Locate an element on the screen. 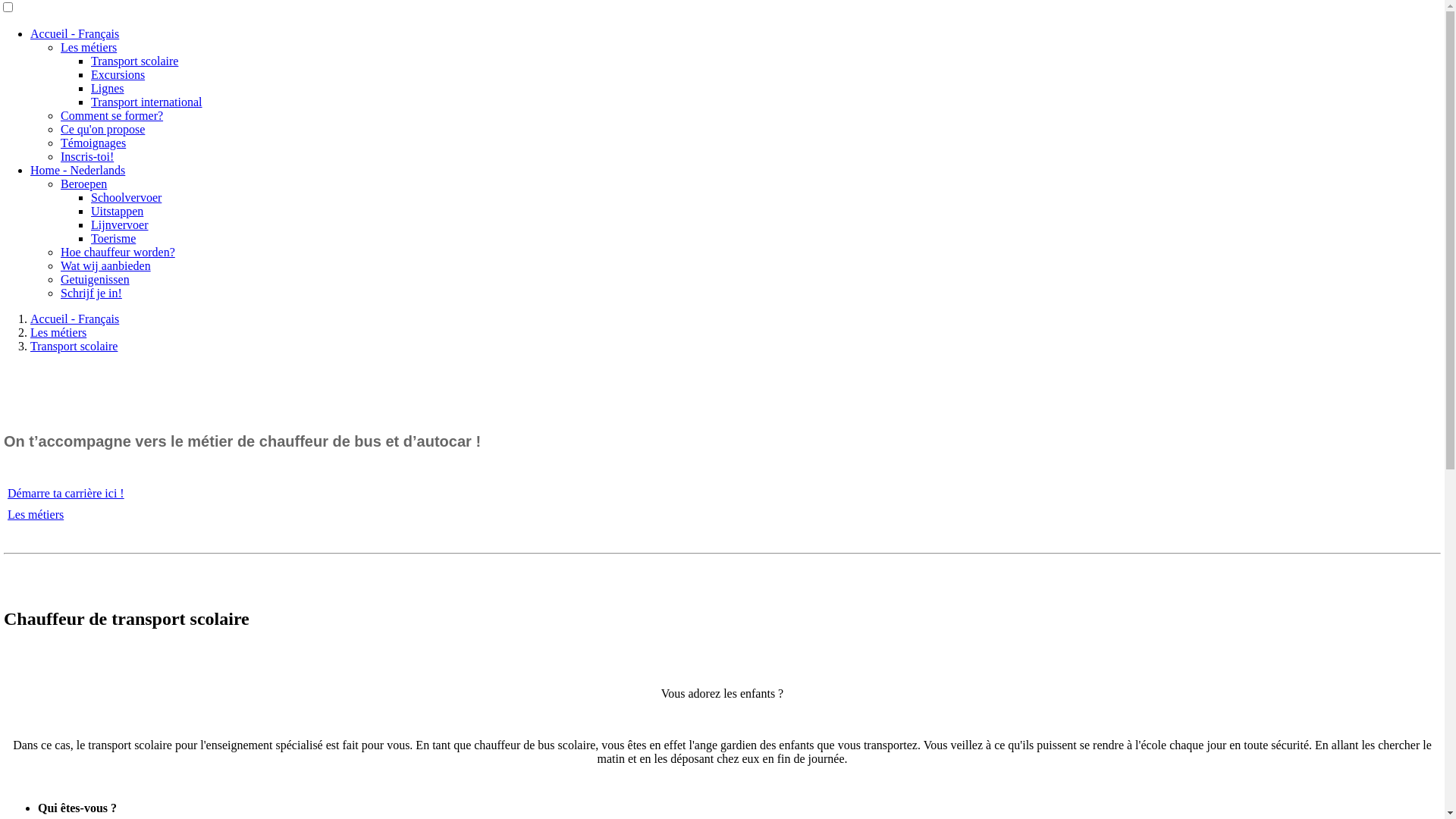 This screenshot has height=819, width=1456. 'Ce qu'on propose' is located at coordinates (102, 128).